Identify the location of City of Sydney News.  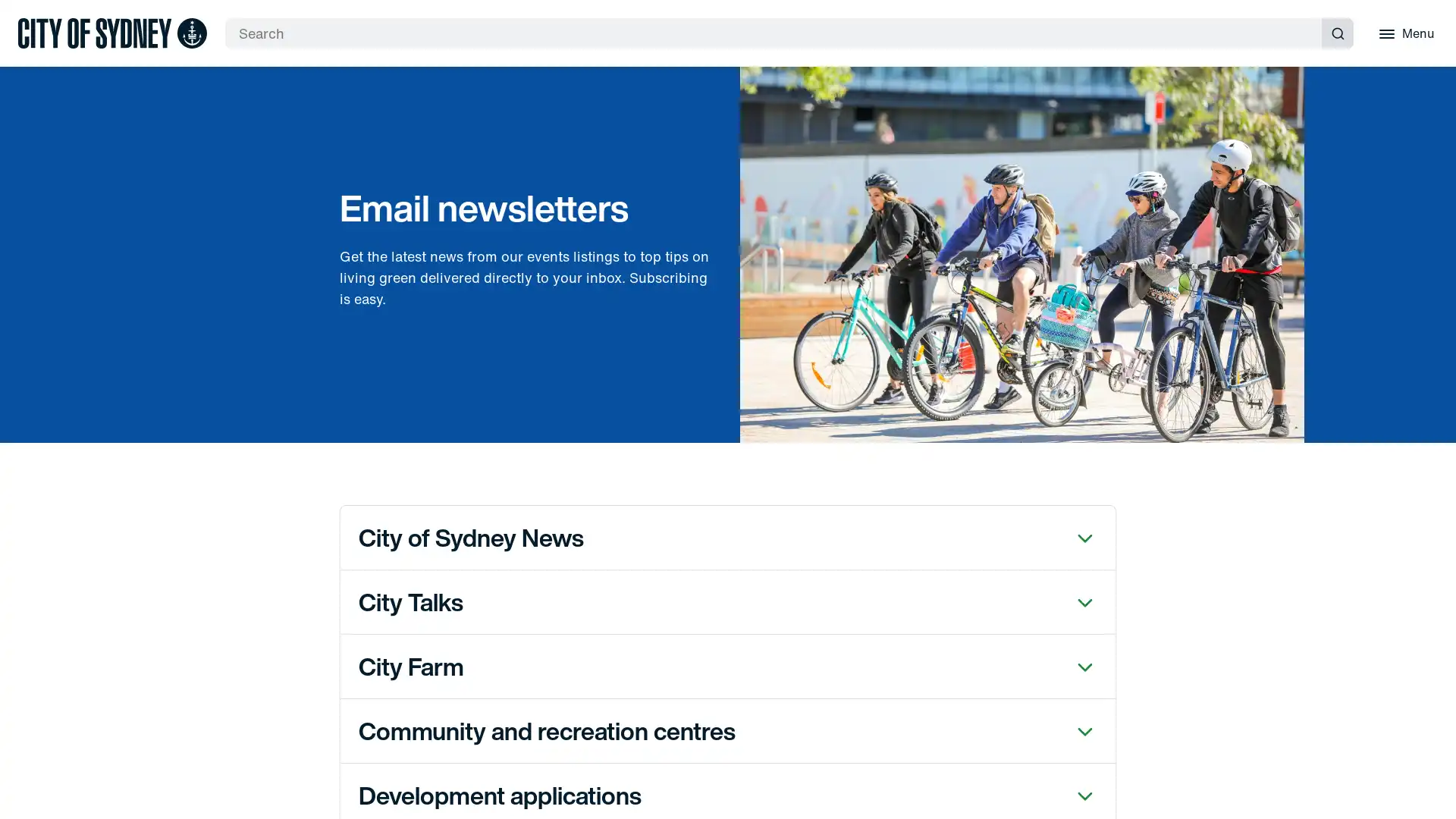
(728, 536).